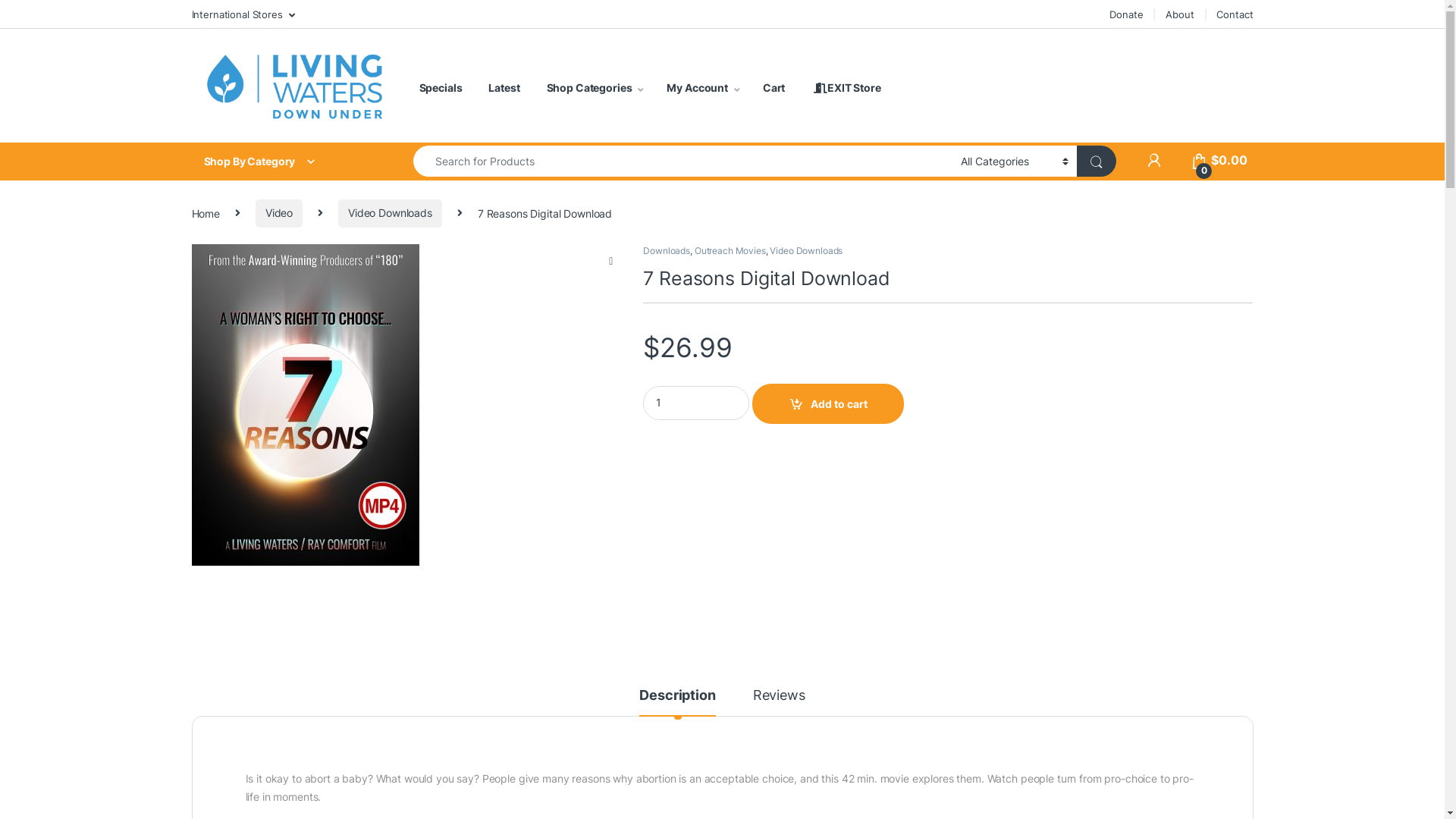 The width and height of the screenshot is (1456, 819). What do you see at coordinates (773, 87) in the screenshot?
I see `'Cart'` at bounding box center [773, 87].